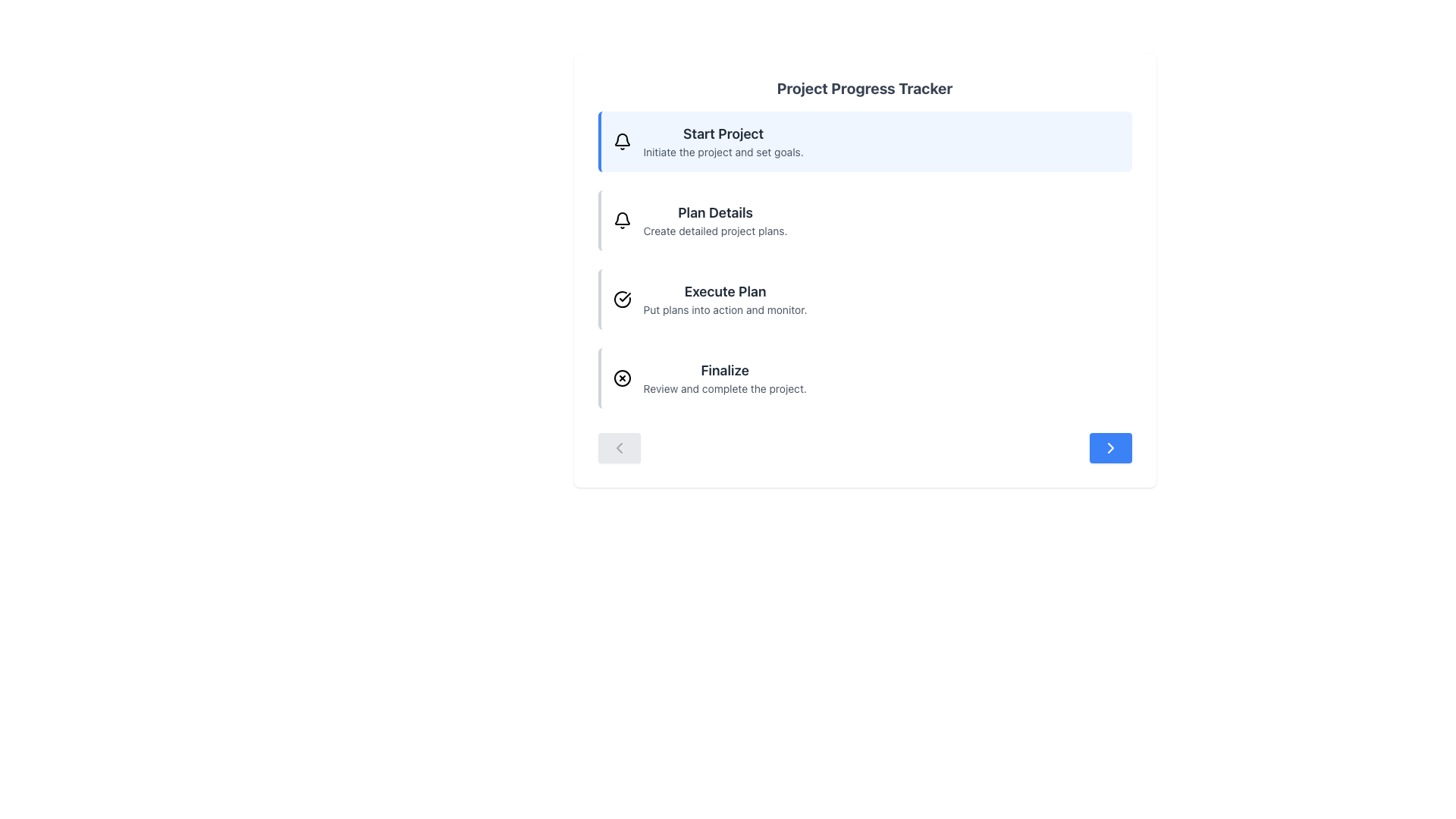 This screenshot has width=1456, height=819. What do you see at coordinates (714, 231) in the screenshot?
I see `the descriptive text label reading 'Create detailed project plans.', which is styled with a smaller font size and light gray color, located directly below the 'Plan Details' heading in the UI` at bounding box center [714, 231].